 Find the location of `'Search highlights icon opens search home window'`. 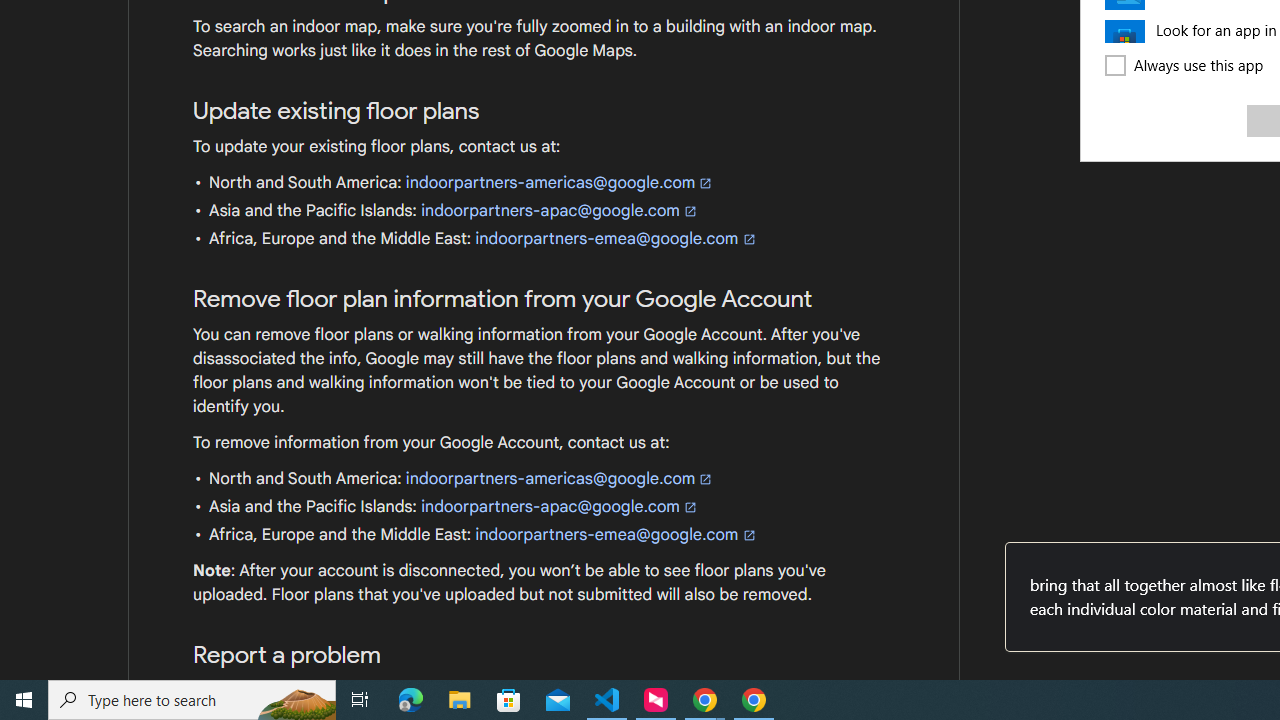

'Search highlights icon opens search home window' is located at coordinates (294, 698).